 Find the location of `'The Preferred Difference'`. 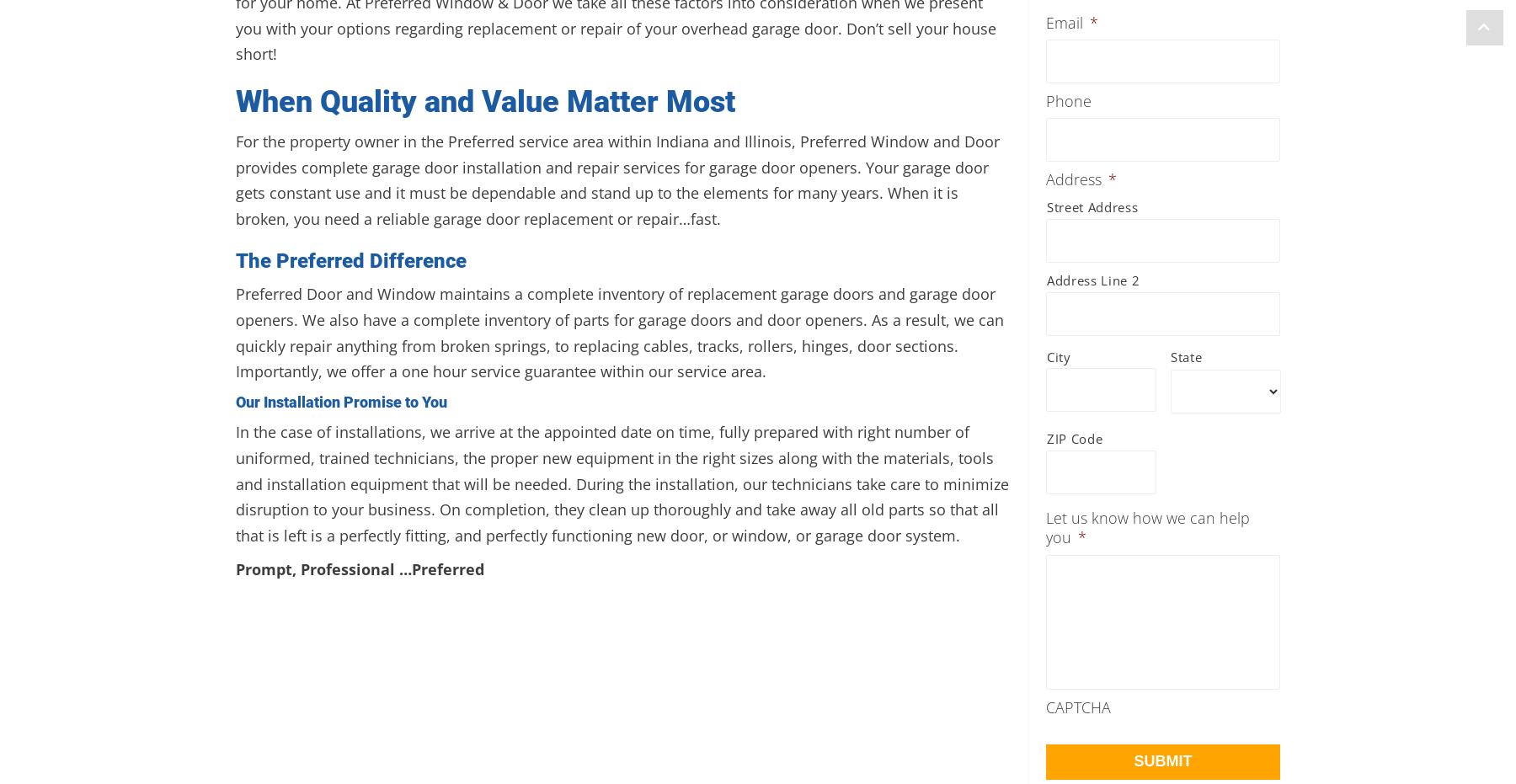

'The Preferred Difference' is located at coordinates (351, 259).